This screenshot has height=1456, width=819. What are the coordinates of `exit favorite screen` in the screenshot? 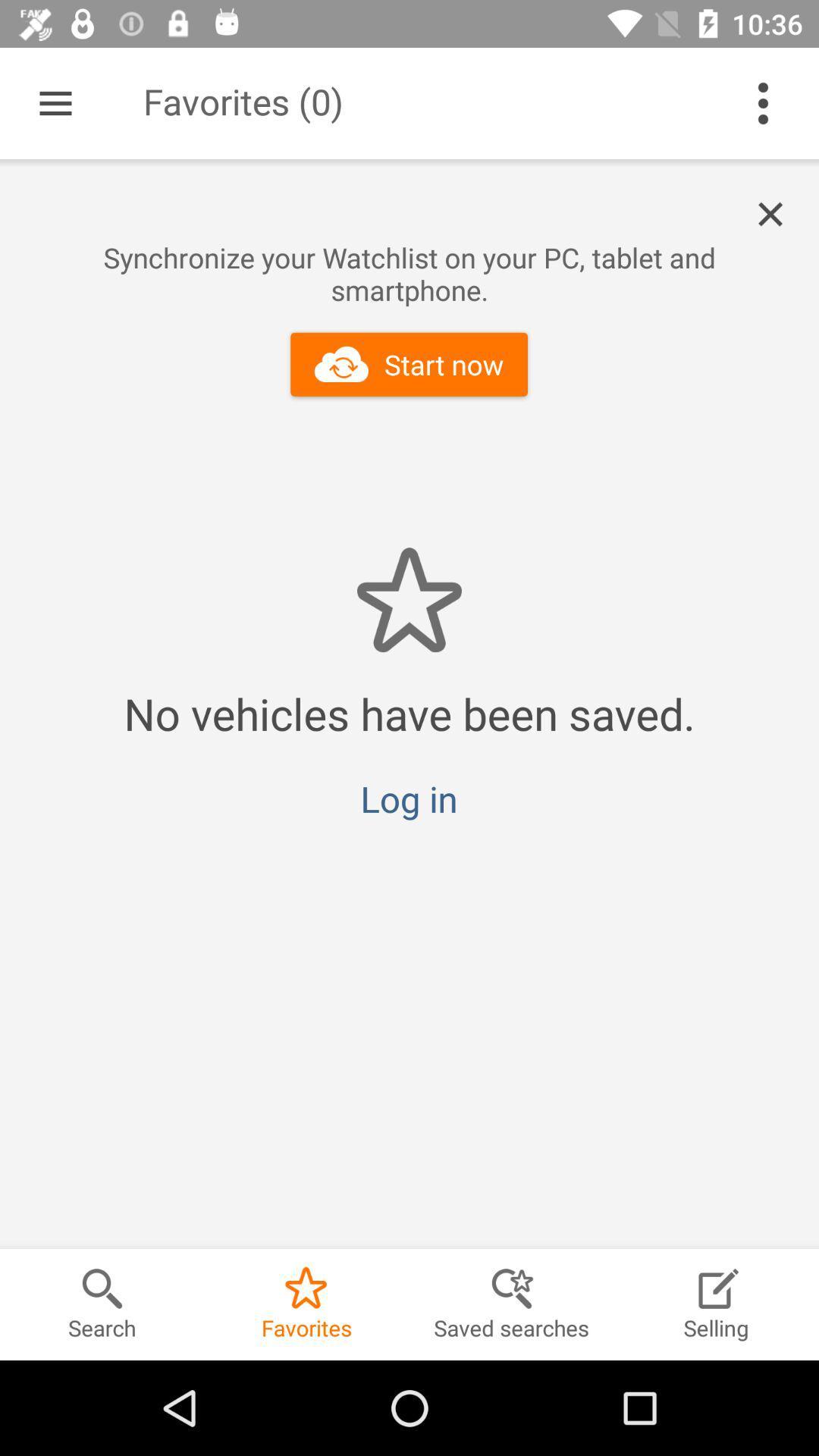 It's located at (779, 214).